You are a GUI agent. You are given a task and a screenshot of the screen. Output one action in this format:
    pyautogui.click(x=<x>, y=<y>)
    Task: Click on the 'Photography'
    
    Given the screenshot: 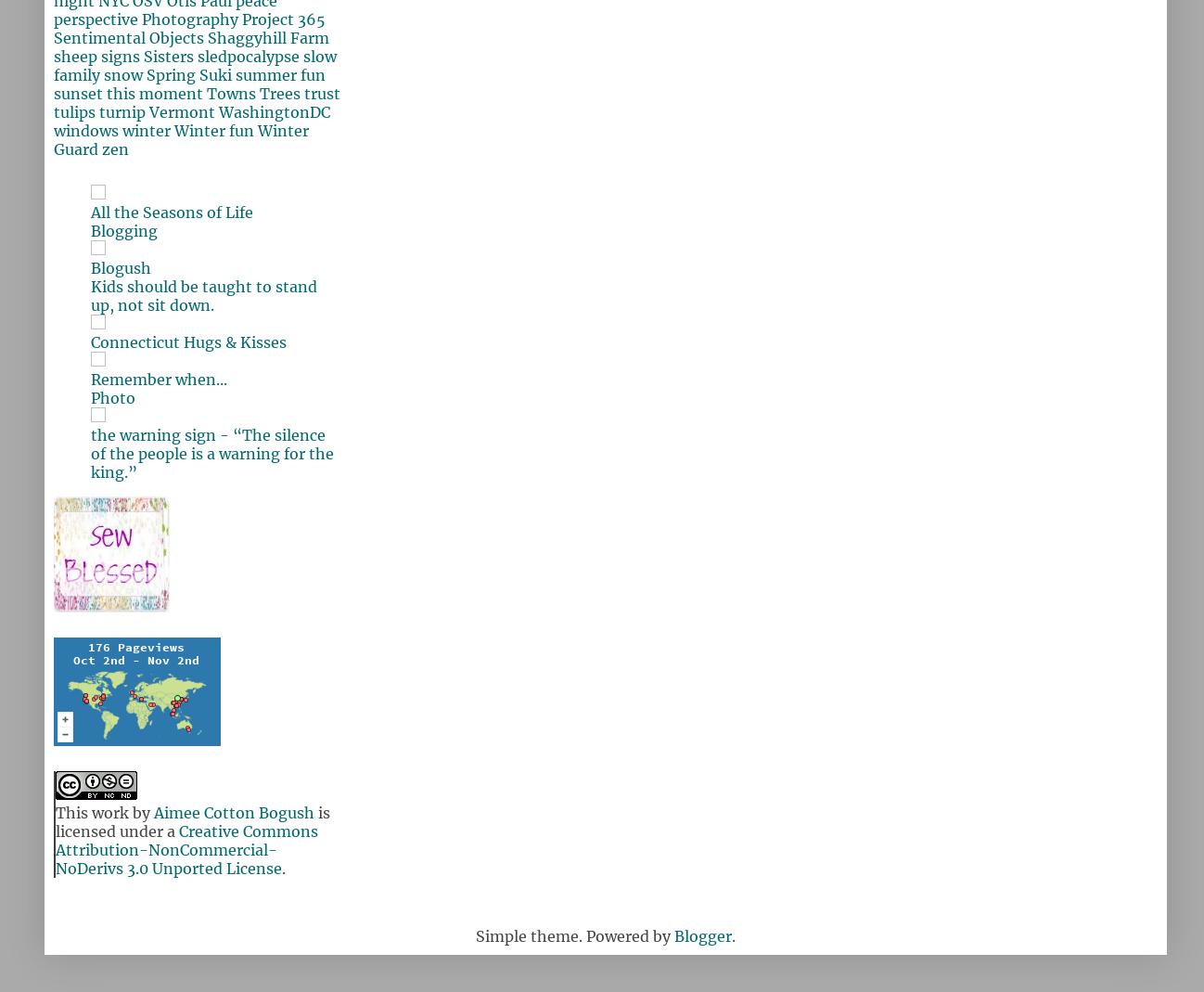 What is the action you would take?
    pyautogui.click(x=189, y=18)
    